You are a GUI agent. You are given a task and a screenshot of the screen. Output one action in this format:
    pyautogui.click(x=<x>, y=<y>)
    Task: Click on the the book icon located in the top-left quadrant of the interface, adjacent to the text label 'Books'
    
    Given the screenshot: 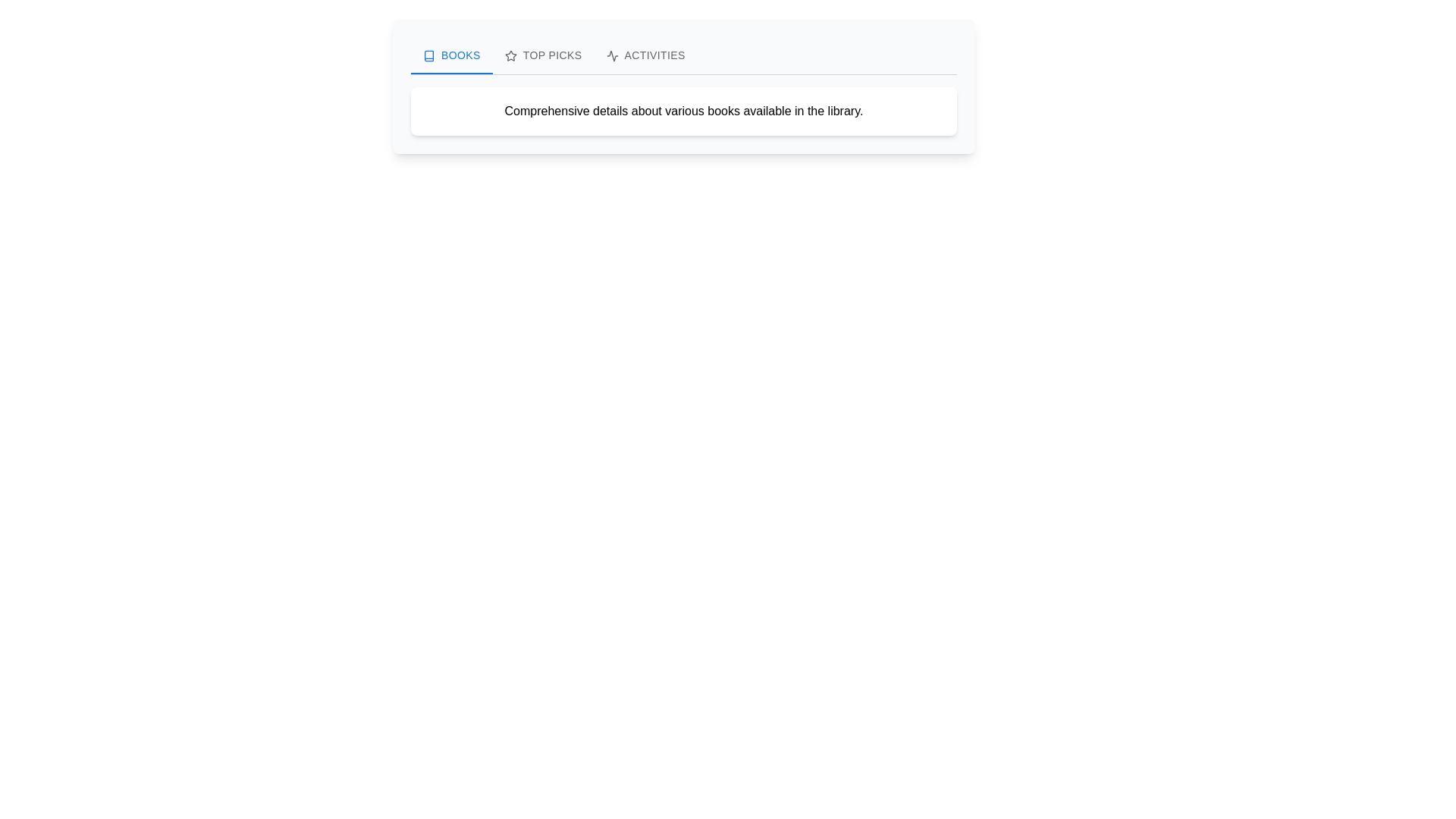 What is the action you would take?
    pyautogui.click(x=428, y=55)
    